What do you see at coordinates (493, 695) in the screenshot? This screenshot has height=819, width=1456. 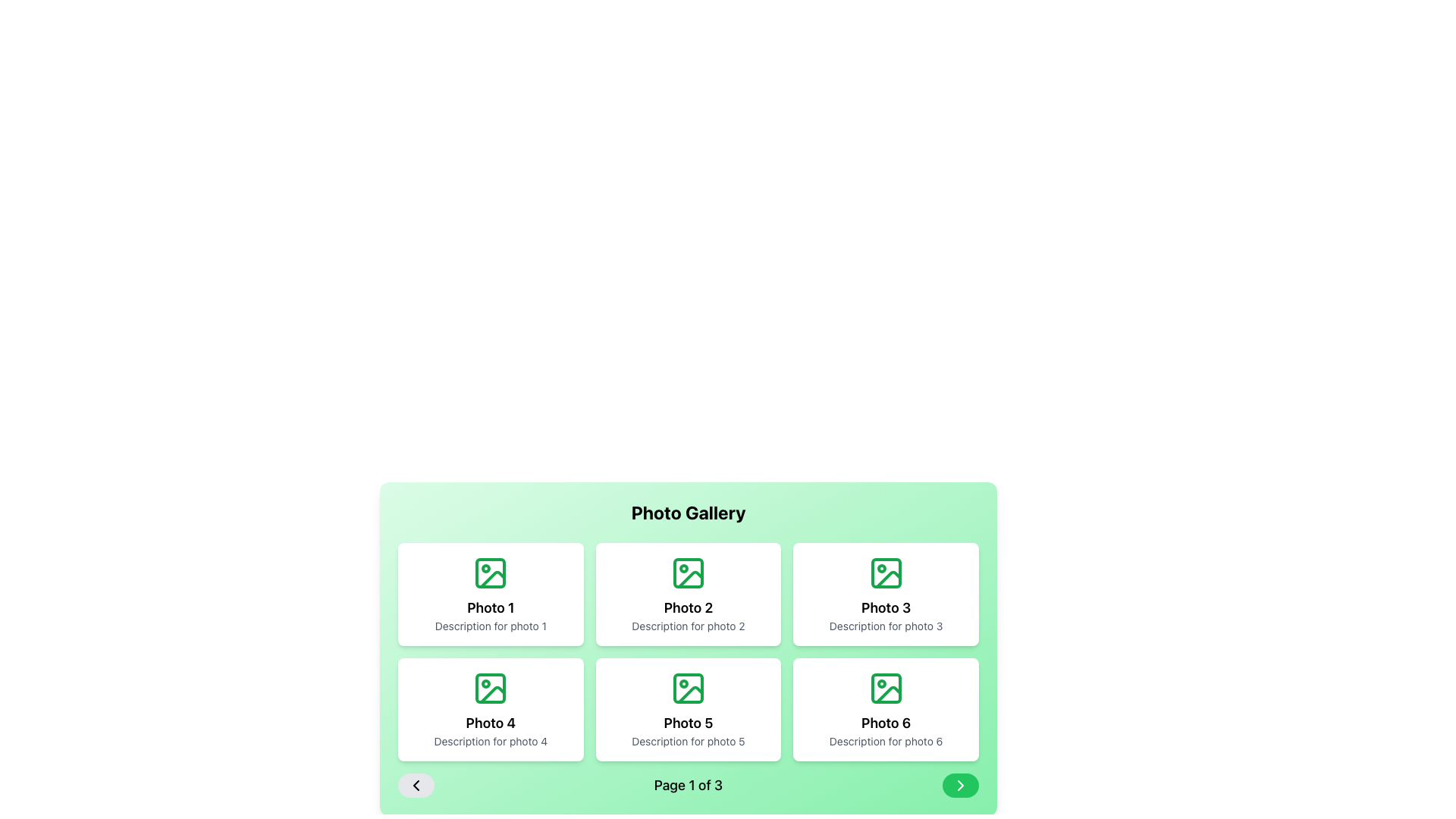 I see `the outlined picture frame icon with a mountain shape inside, located in the 'Photo 4' card in the gallery` at bounding box center [493, 695].